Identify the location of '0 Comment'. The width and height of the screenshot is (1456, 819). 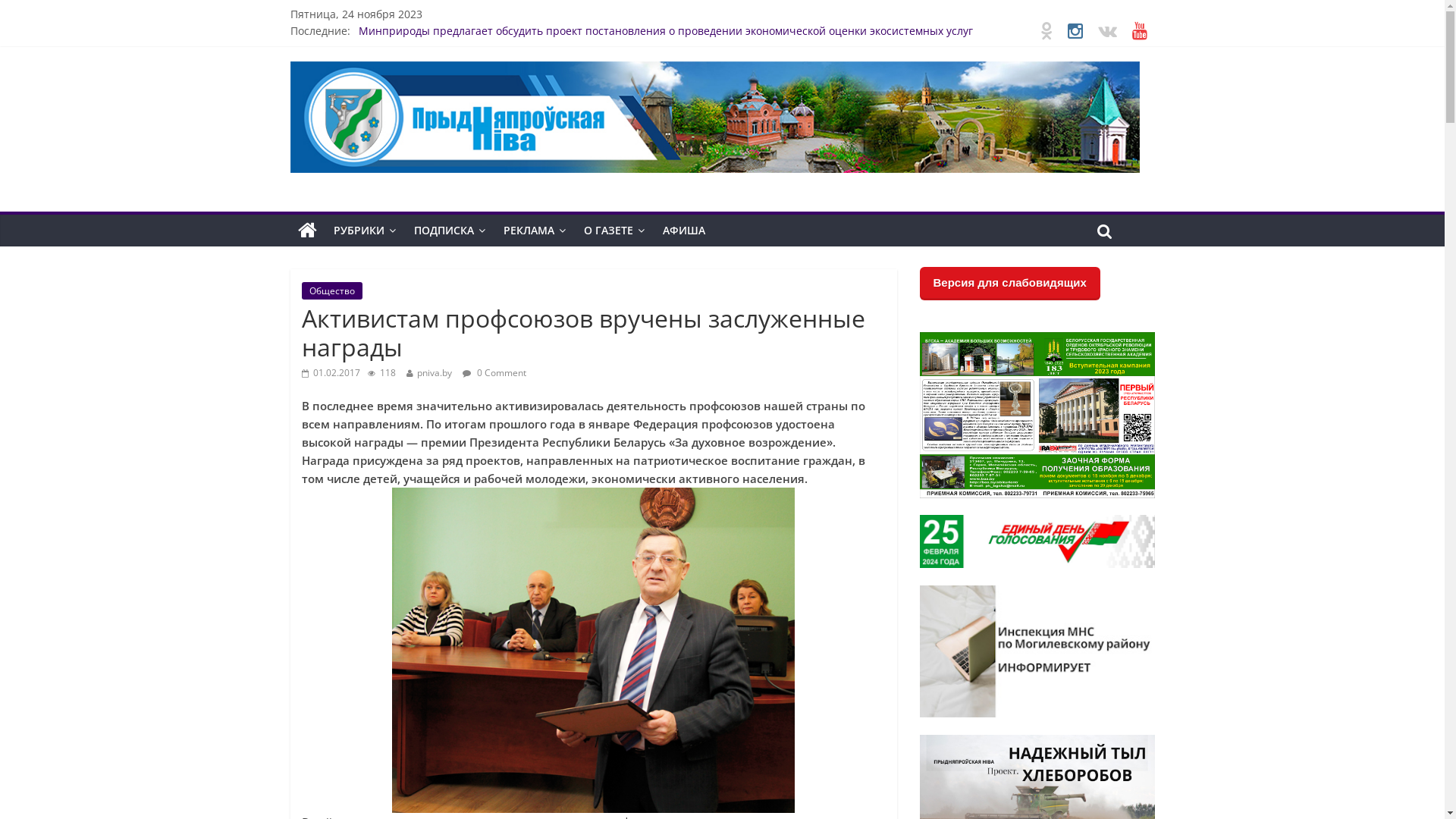
(461, 372).